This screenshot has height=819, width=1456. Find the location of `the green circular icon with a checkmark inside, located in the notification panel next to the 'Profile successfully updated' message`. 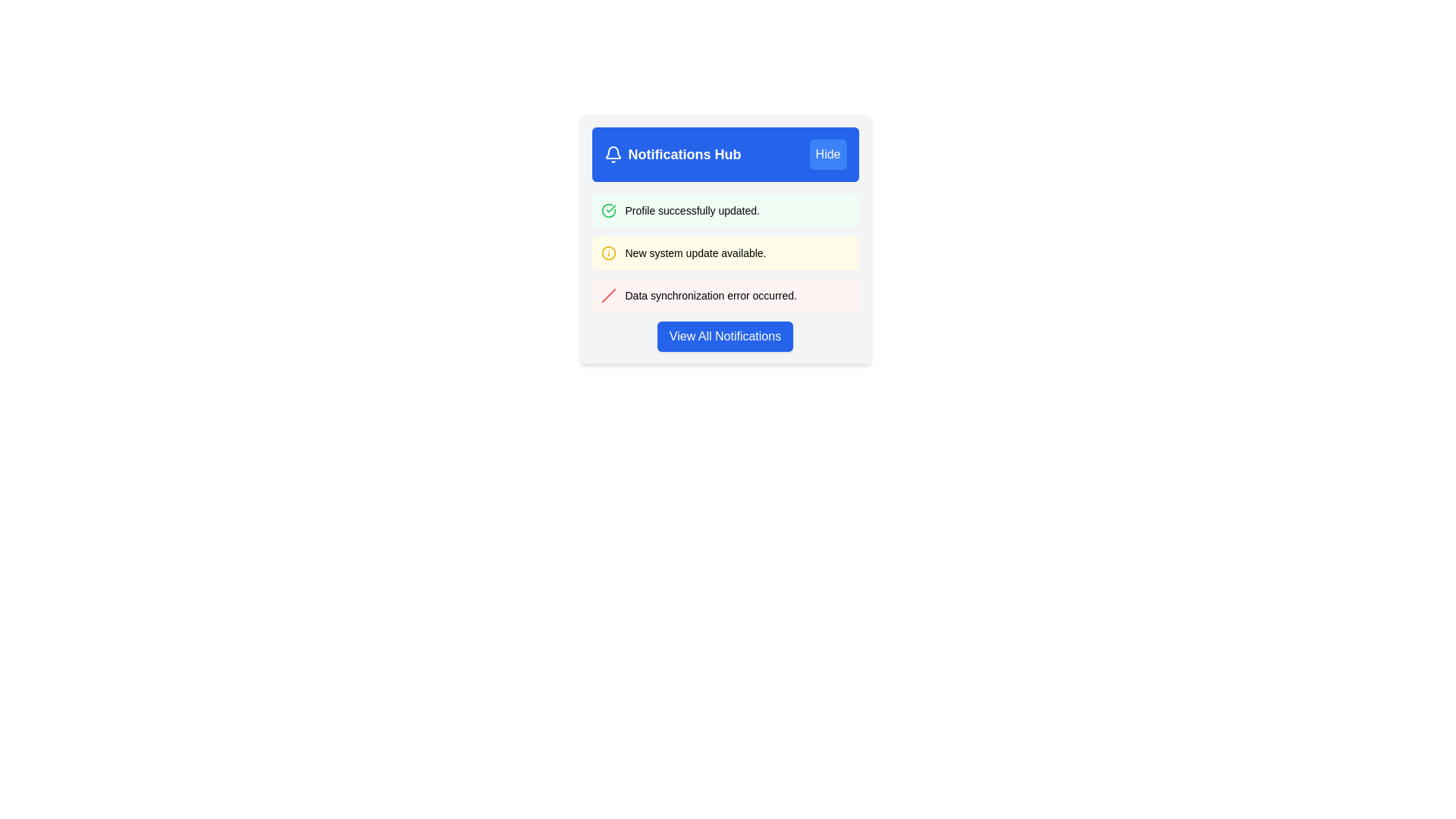

the green circular icon with a checkmark inside, located in the notification panel next to the 'Profile successfully updated' message is located at coordinates (608, 210).